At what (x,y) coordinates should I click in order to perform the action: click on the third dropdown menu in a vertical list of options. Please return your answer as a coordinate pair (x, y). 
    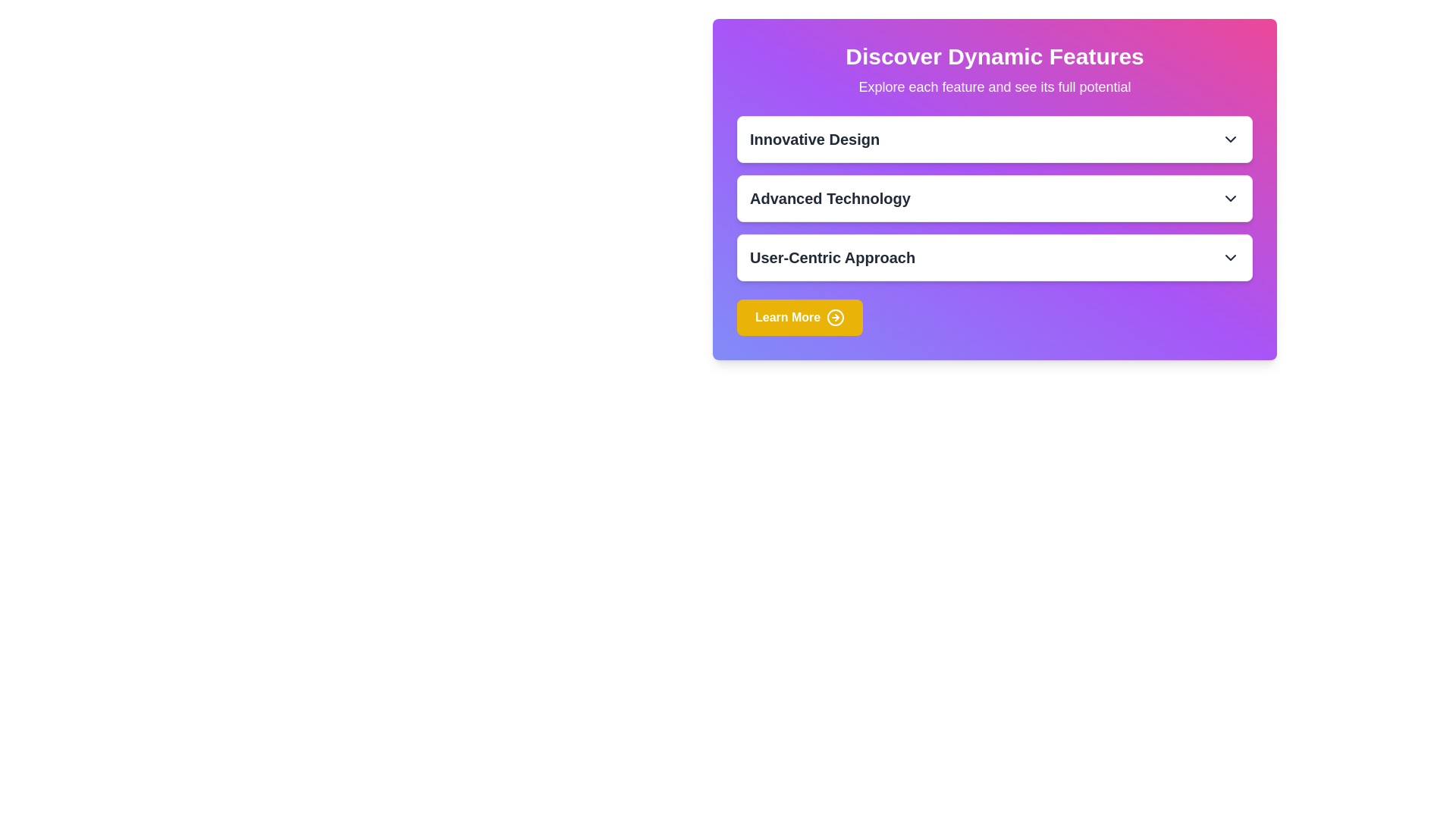
    Looking at the image, I should click on (994, 256).